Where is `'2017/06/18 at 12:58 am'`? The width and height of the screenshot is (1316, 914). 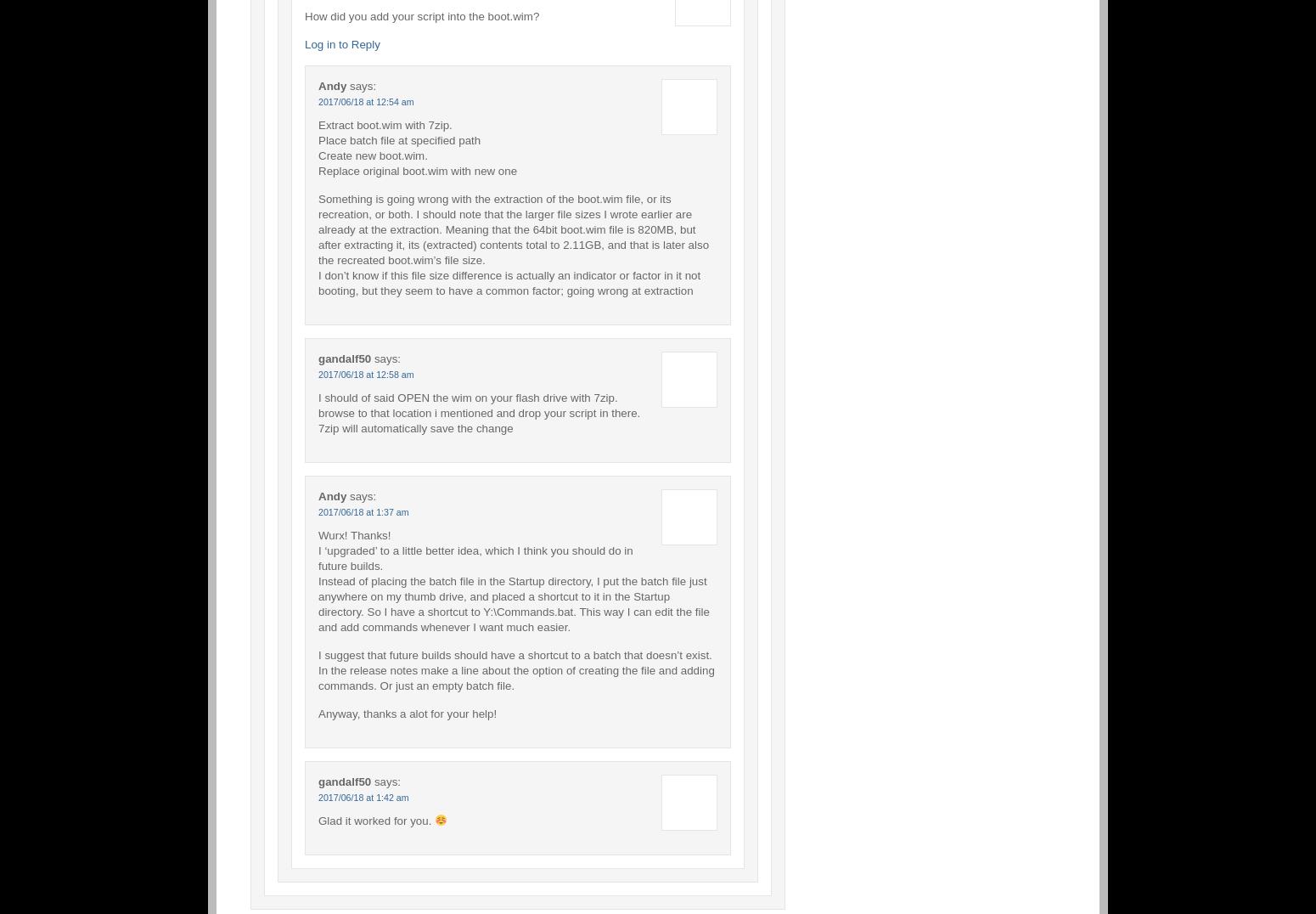
'2017/06/18 at 12:58 am' is located at coordinates (366, 373).